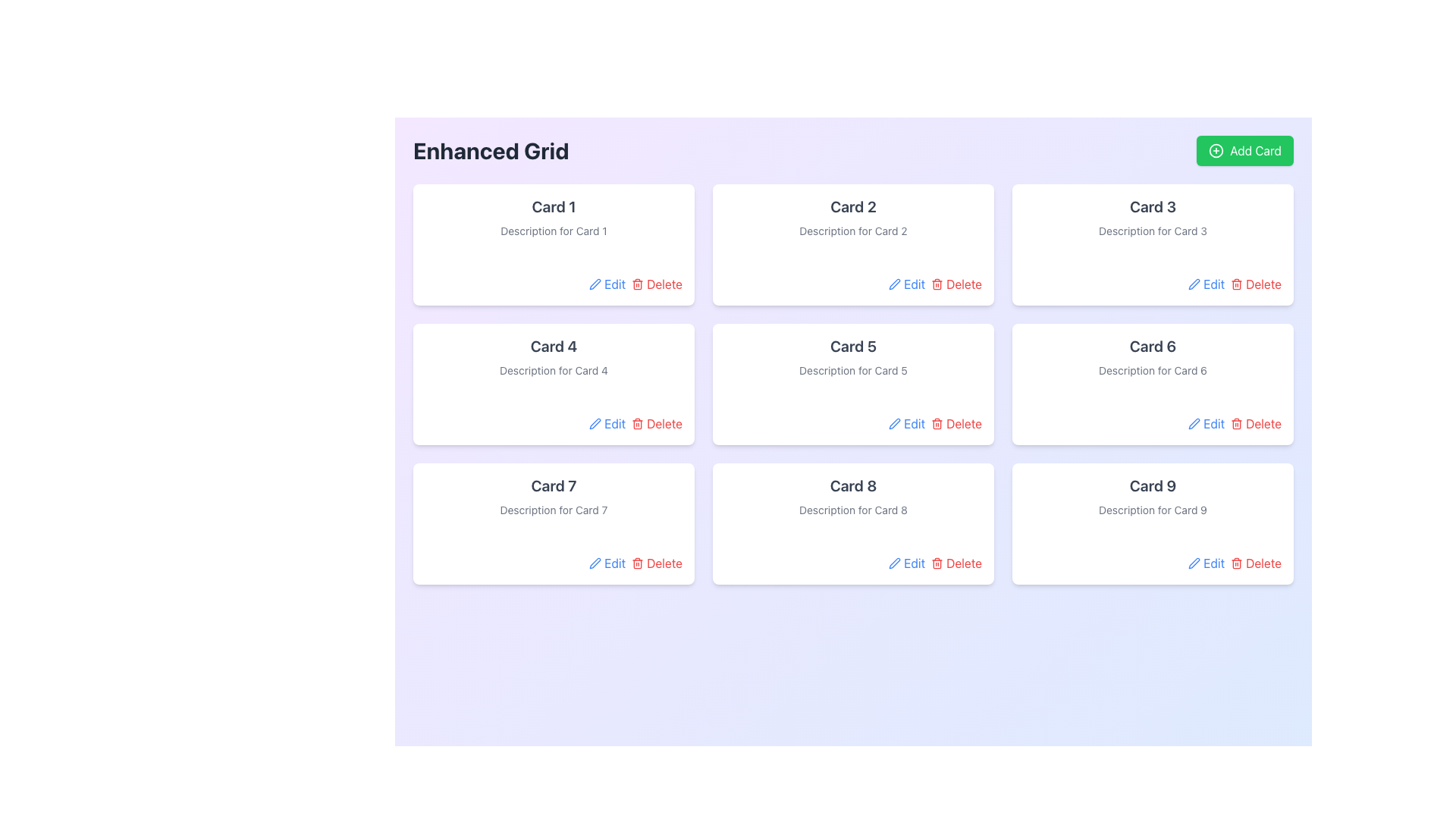  What do you see at coordinates (1153, 356) in the screenshot?
I see `the Text block element titled 'Card 6' which contains the description 'Description for Card 6', located in the second row and third column of the grid layout` at bounding box center [1153, 356].